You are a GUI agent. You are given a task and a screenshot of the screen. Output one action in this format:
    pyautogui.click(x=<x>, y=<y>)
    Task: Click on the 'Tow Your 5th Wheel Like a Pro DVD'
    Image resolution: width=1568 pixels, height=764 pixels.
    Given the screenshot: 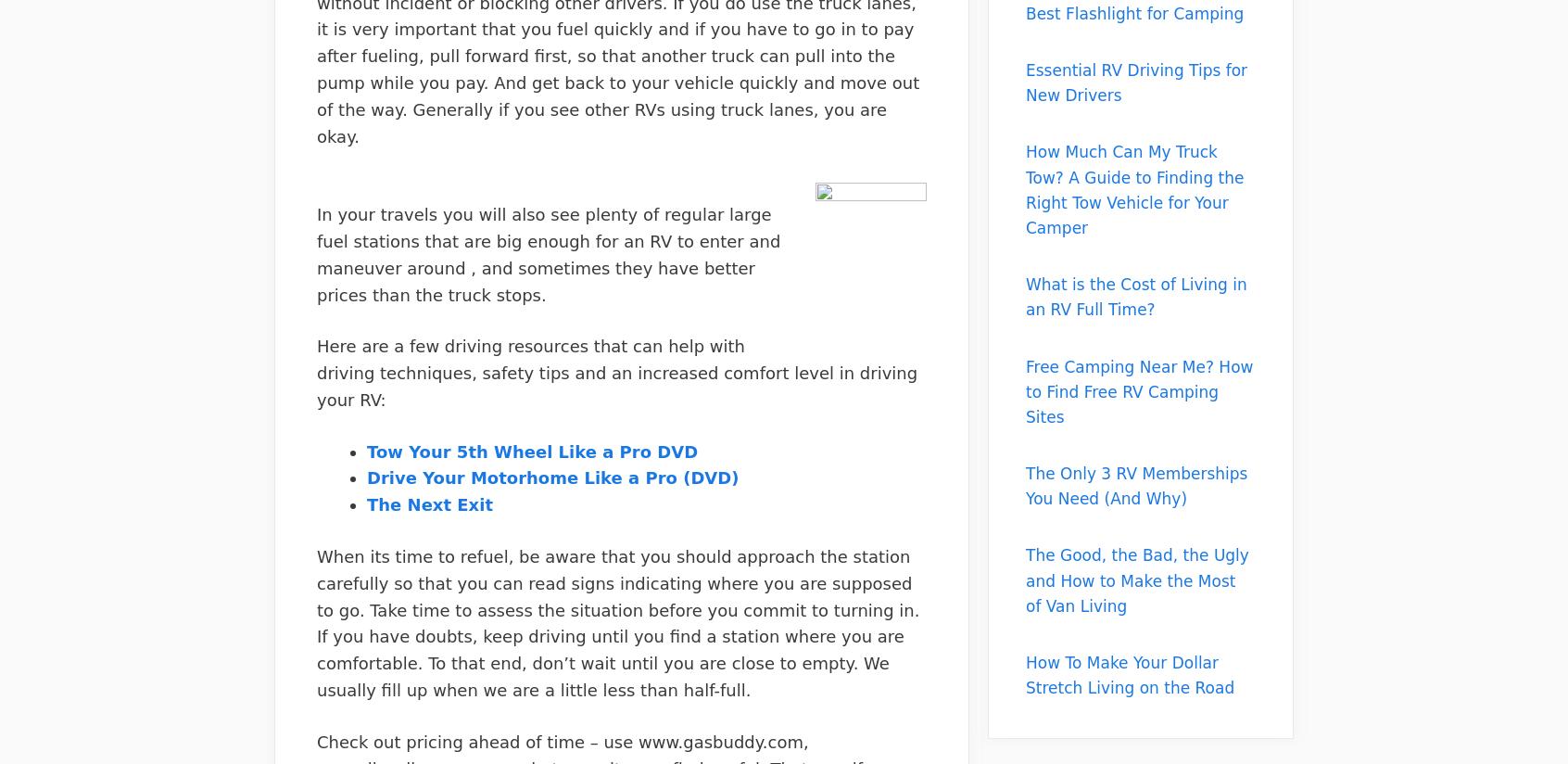 What is the action you would take?
    pyautogui.click(x=531, y=450)
    